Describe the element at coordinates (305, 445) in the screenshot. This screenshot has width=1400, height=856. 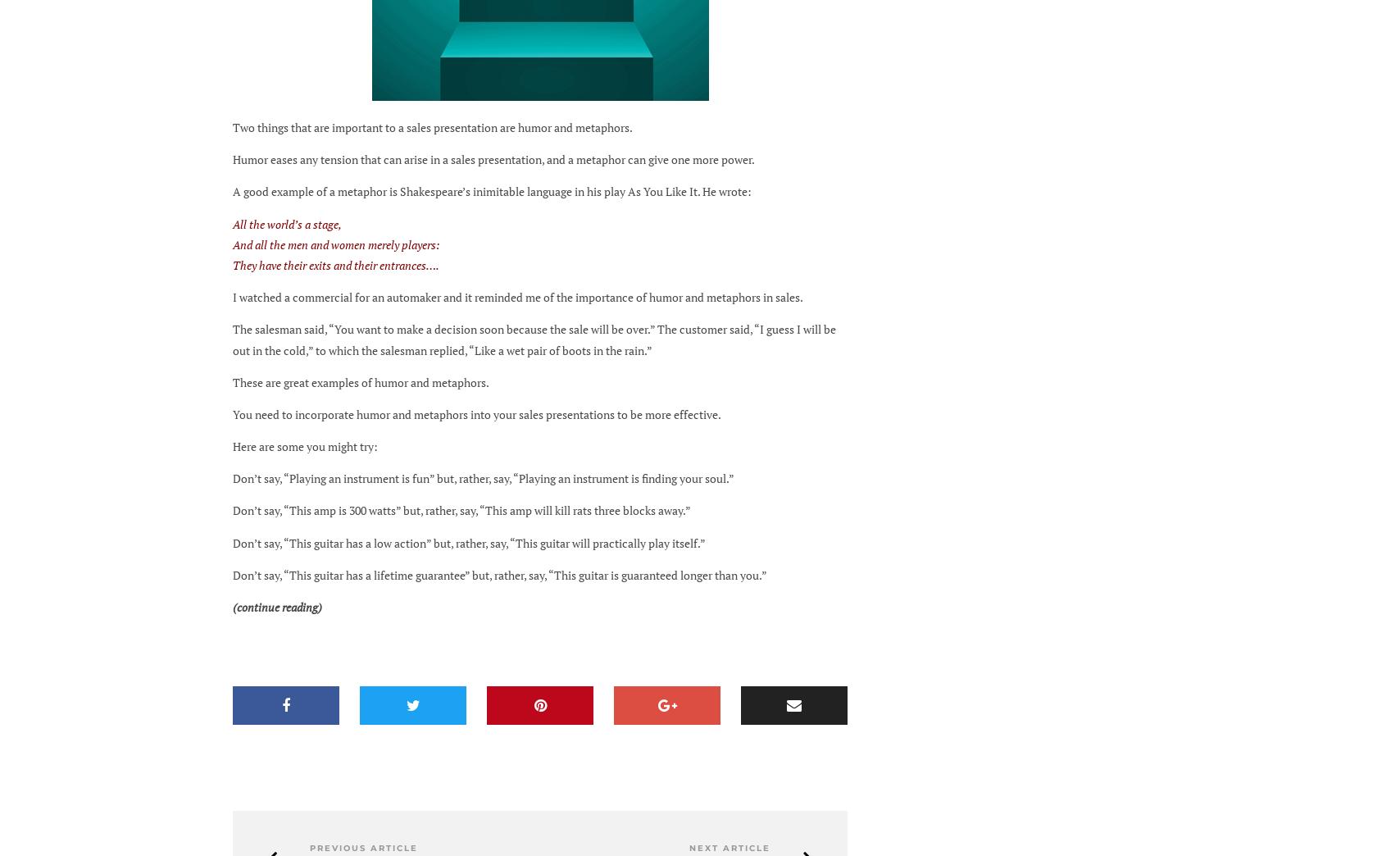
I see `'Here are some you might try:'` at that location.